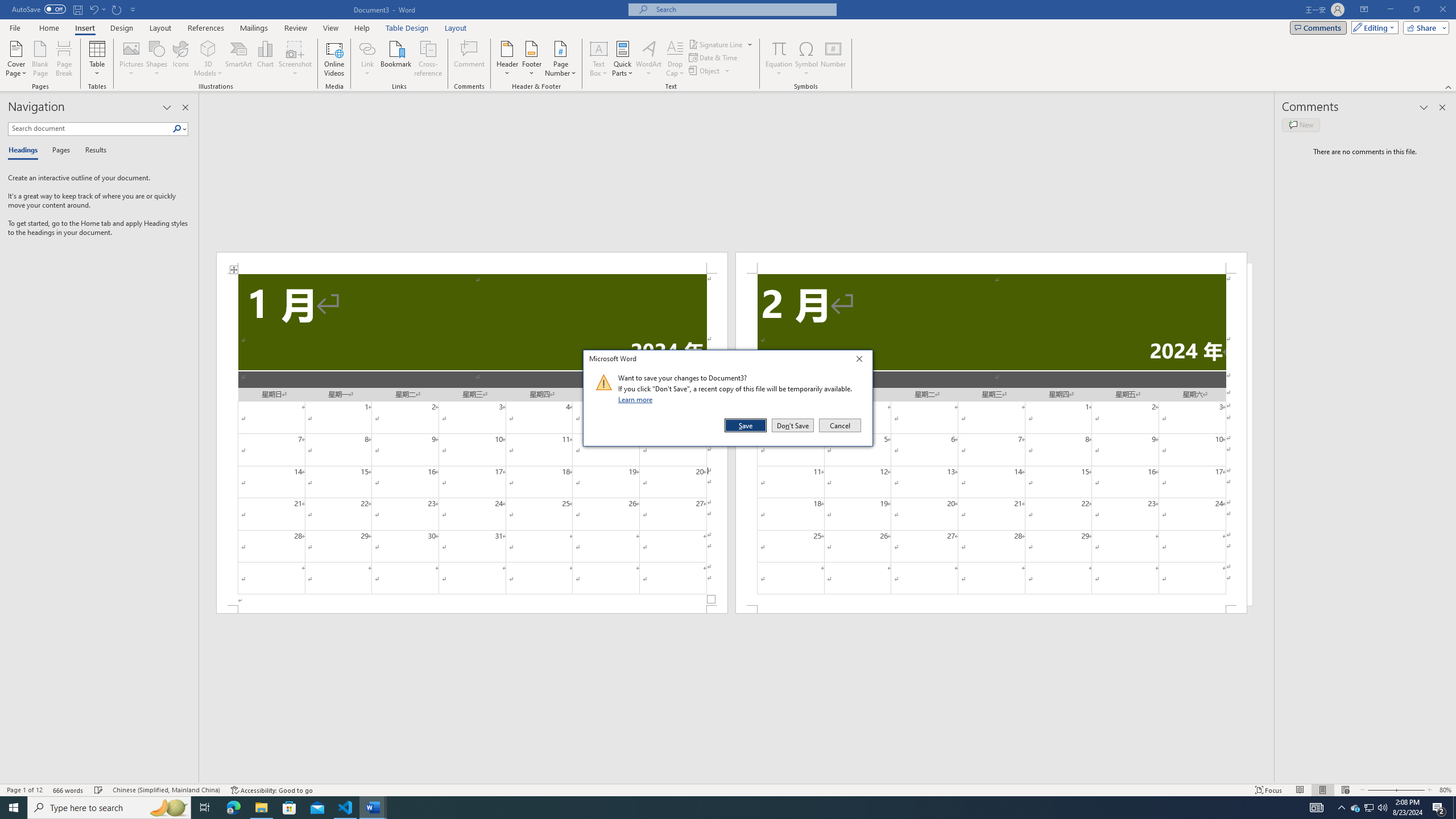 The width and height of the screenshot is (1456, 819). I want to click on 'Close pane', so click(185, 107).